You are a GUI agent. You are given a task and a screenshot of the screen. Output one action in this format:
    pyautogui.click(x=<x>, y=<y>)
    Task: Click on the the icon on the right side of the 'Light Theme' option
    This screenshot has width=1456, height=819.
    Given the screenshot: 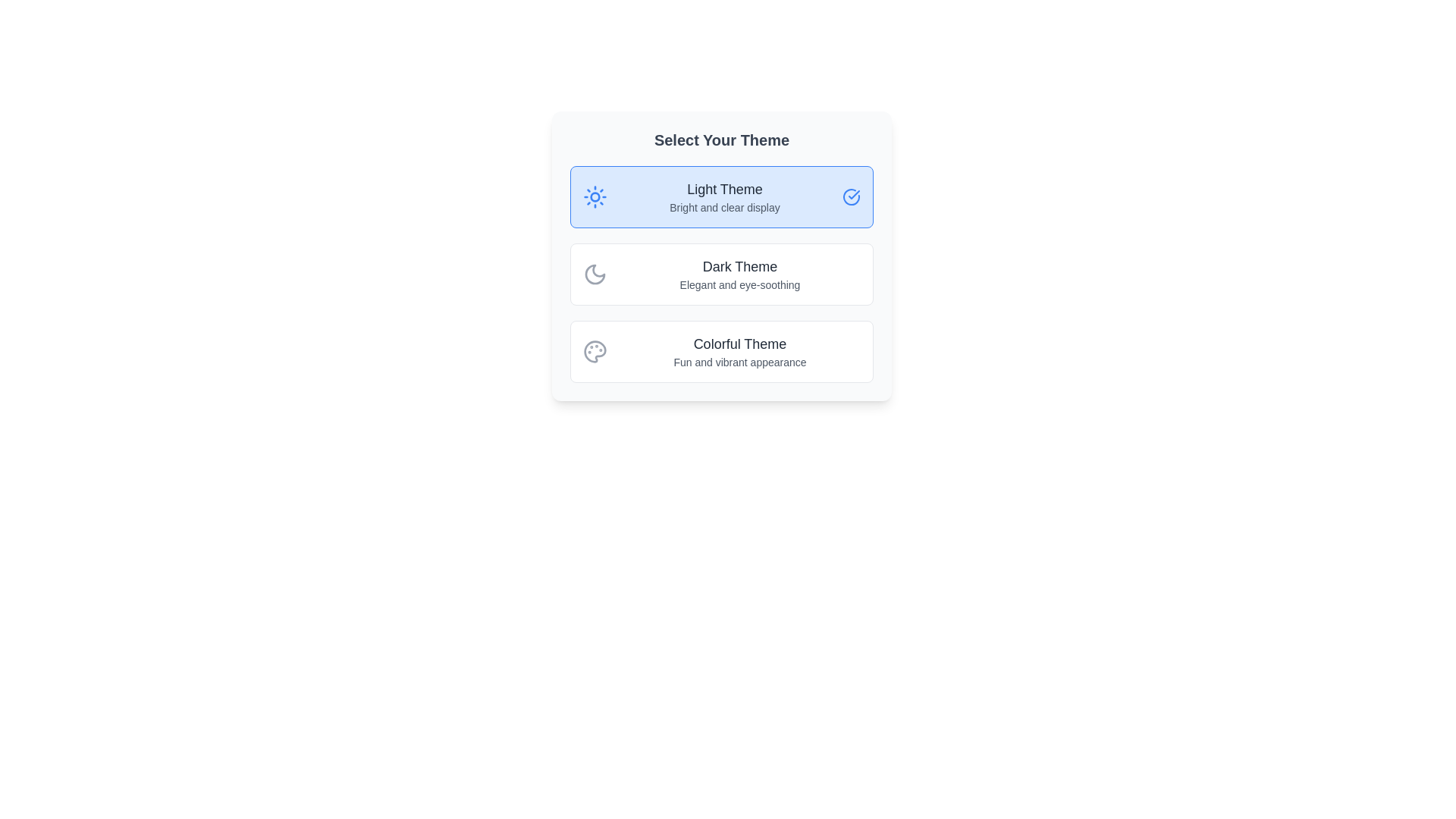 What is the action you would take?
    pyautogui.click(x=852, y=196)
    